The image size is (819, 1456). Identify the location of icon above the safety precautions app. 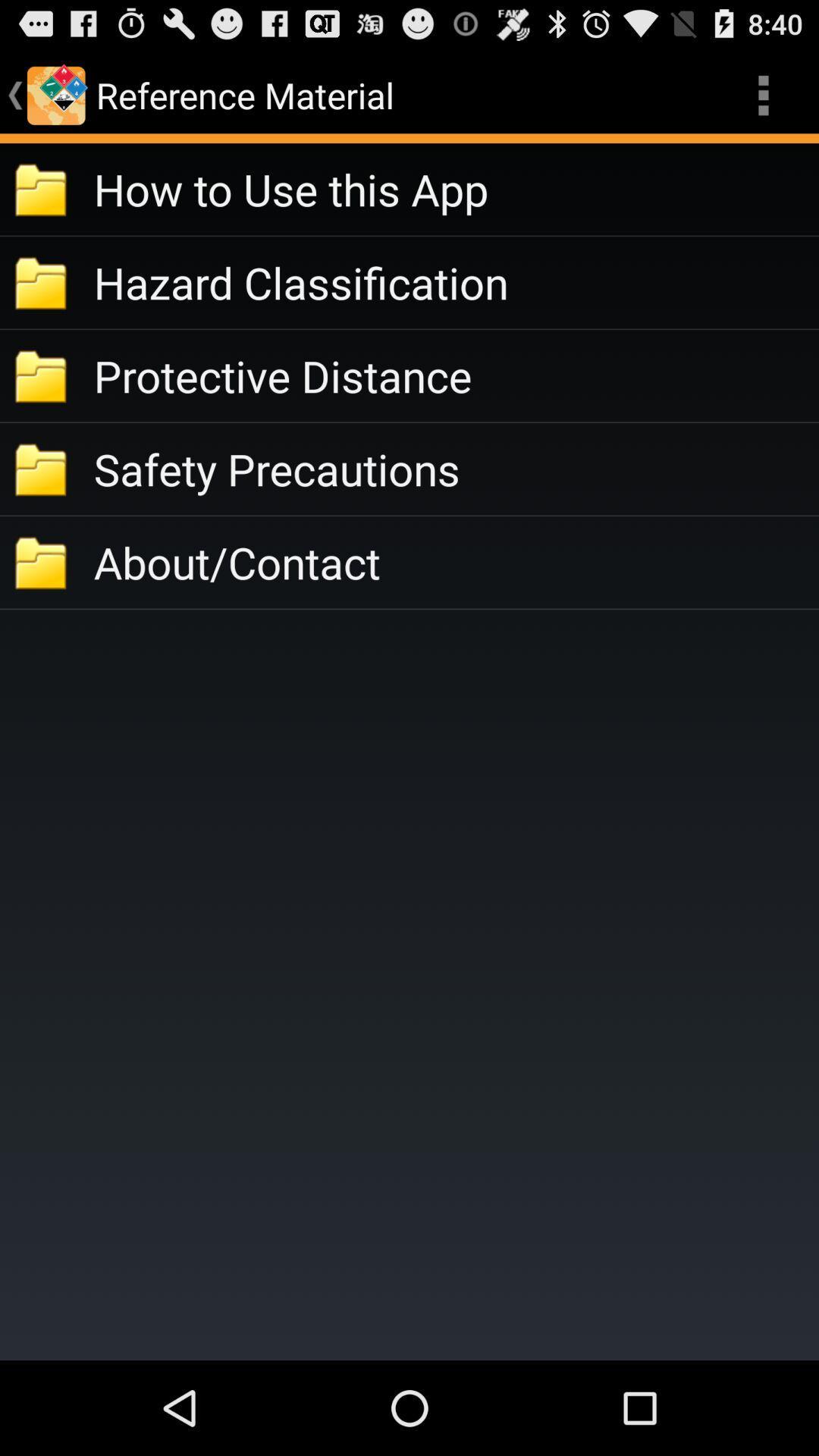
(455, 375).